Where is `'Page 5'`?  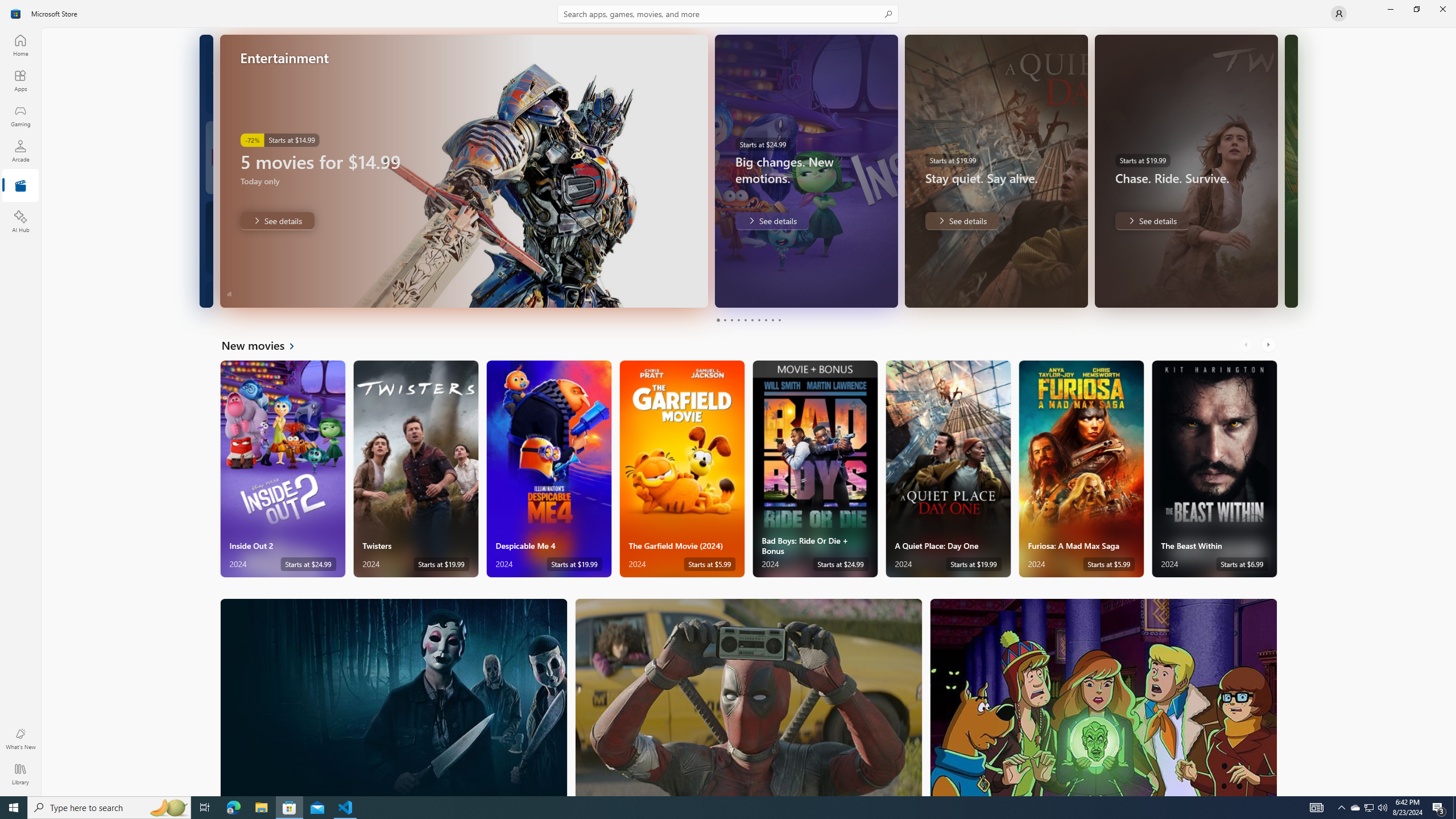 'Page 5' is located at coordinates (744, 320).